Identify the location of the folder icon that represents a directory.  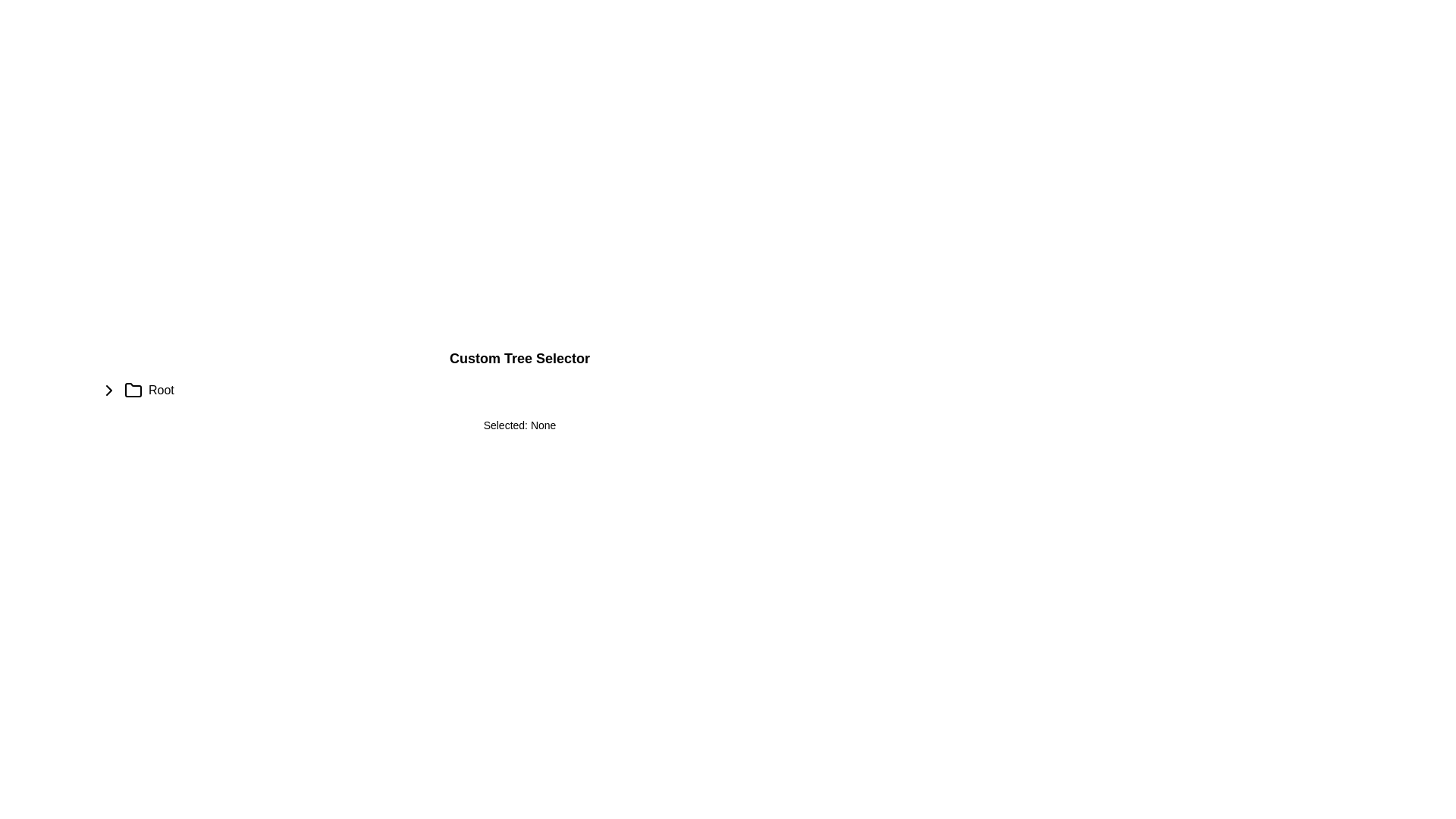
(133, 390).